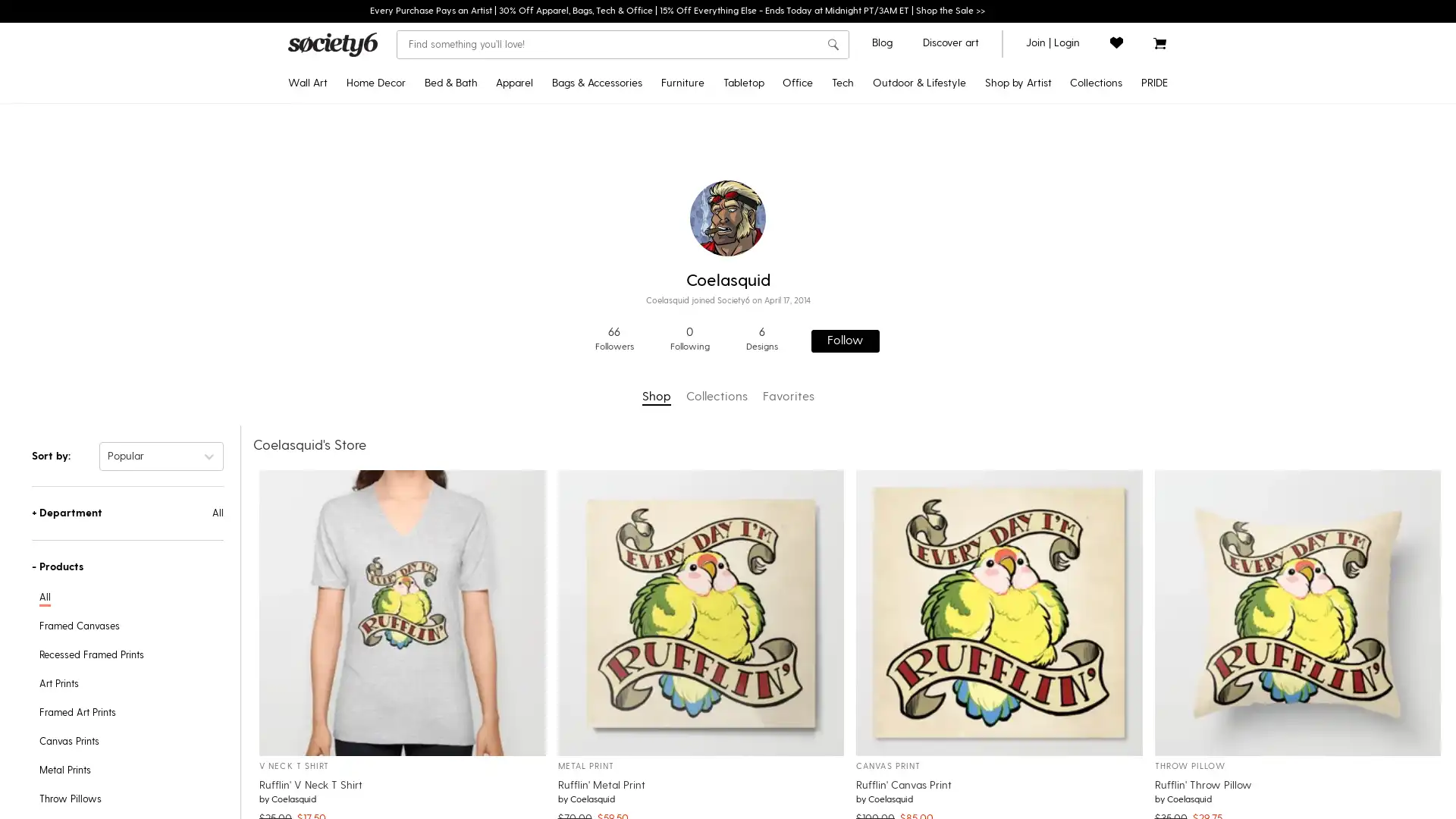 The width and height of the screenshot is (1456, 819). What do you see at coordinates (404, 315) in the screenshot?
I see `Rugs` at bounding box center [404, 315].